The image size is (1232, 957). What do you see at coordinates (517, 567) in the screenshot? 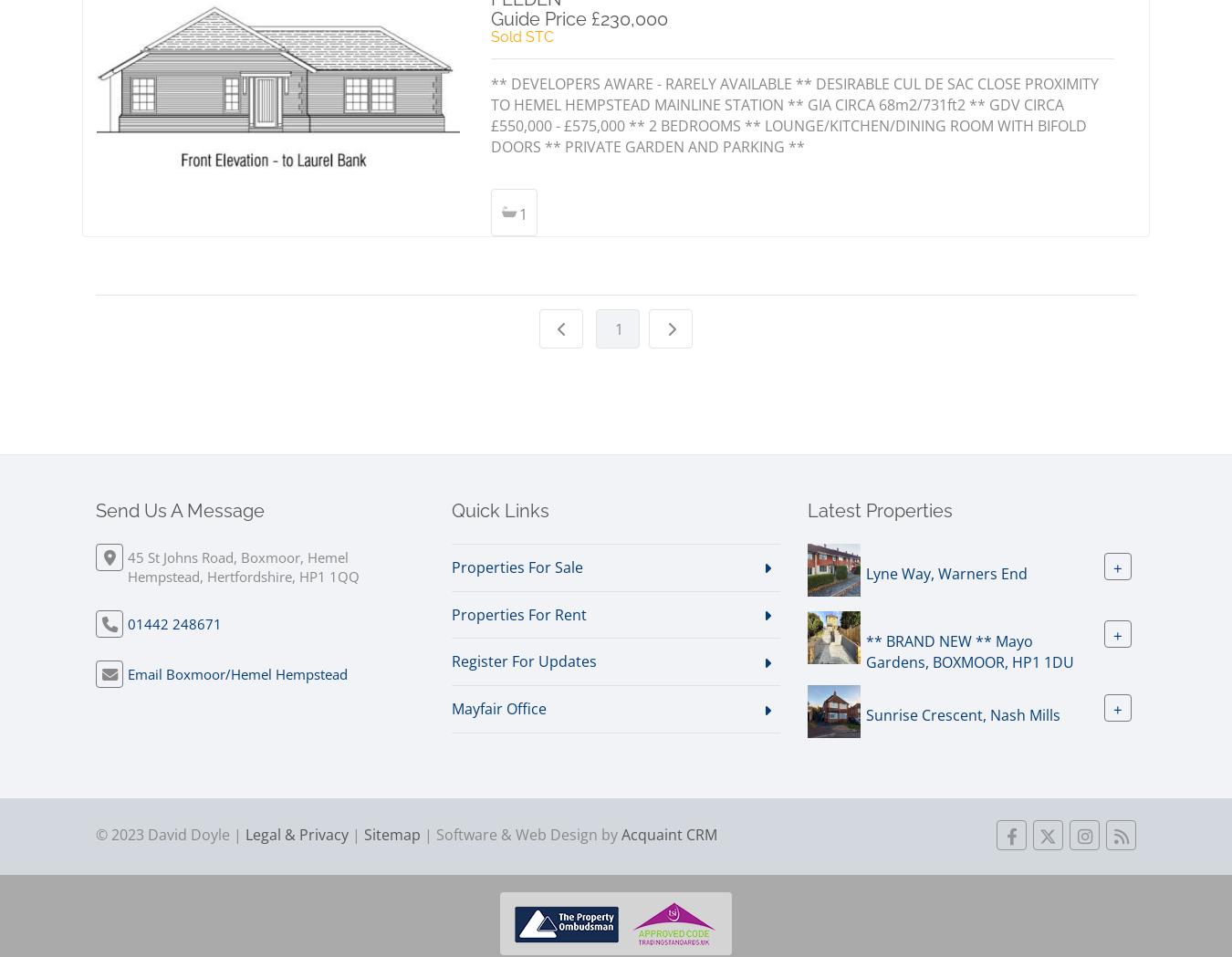
I see `'Properties For Sale'` at bounding box center [517, 567].